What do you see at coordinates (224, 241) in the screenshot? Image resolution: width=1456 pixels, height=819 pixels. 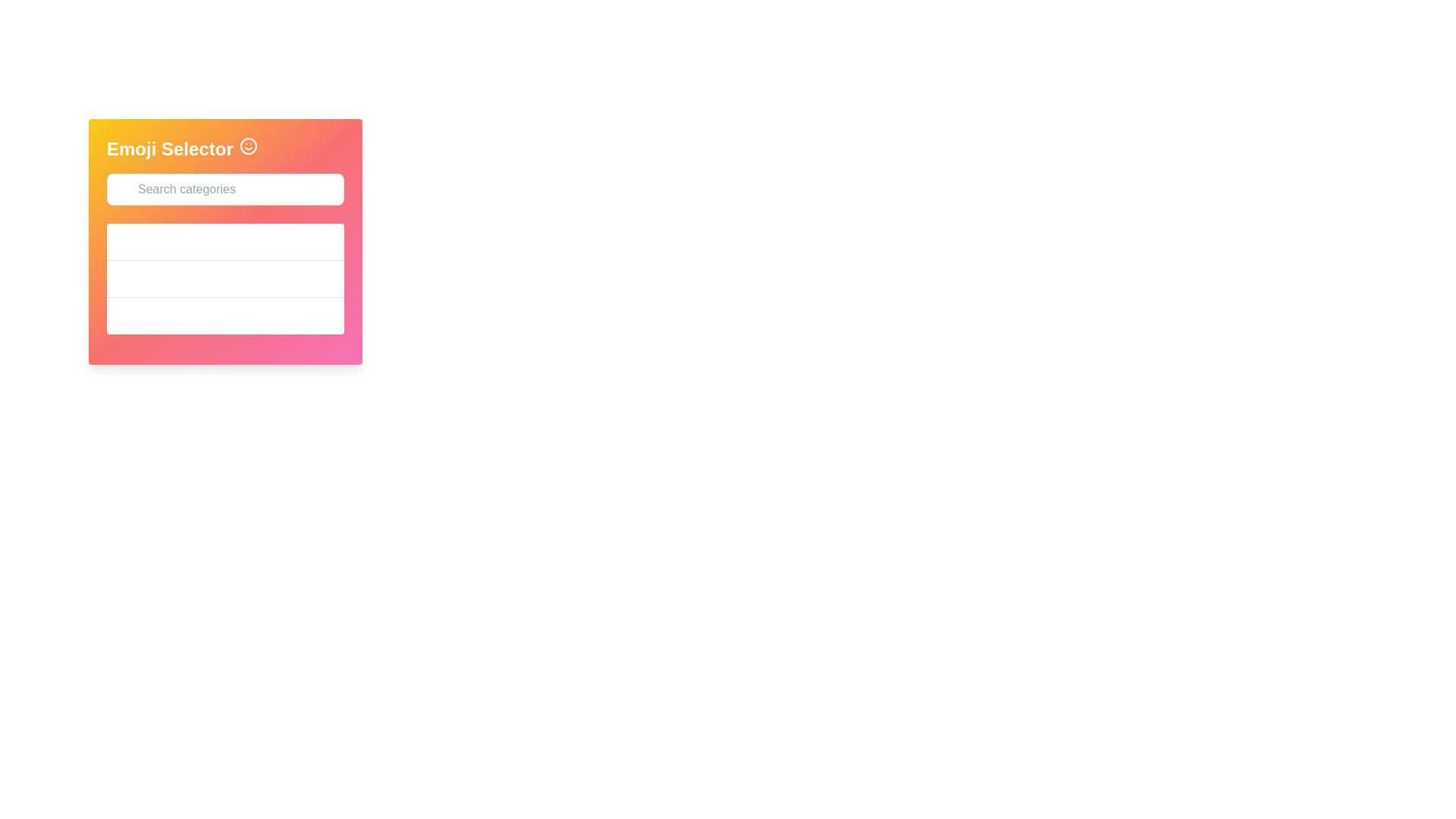 I see `the 'Smileys' category selector button, the first button in a vertical list within a white box under the search bar` at bounding box center [224, 241].